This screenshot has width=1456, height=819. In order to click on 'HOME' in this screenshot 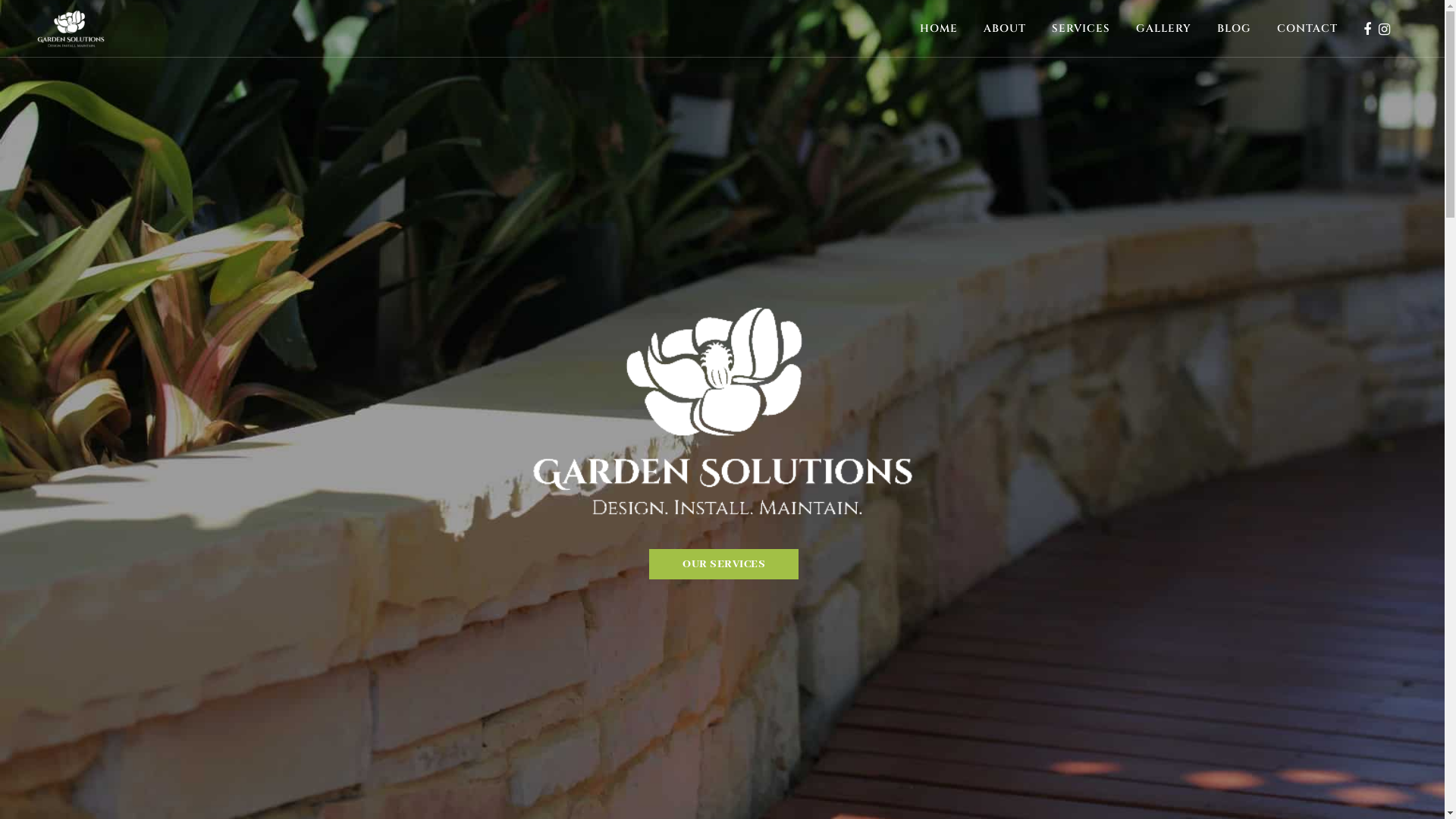, I will do `click(938, 28)`.